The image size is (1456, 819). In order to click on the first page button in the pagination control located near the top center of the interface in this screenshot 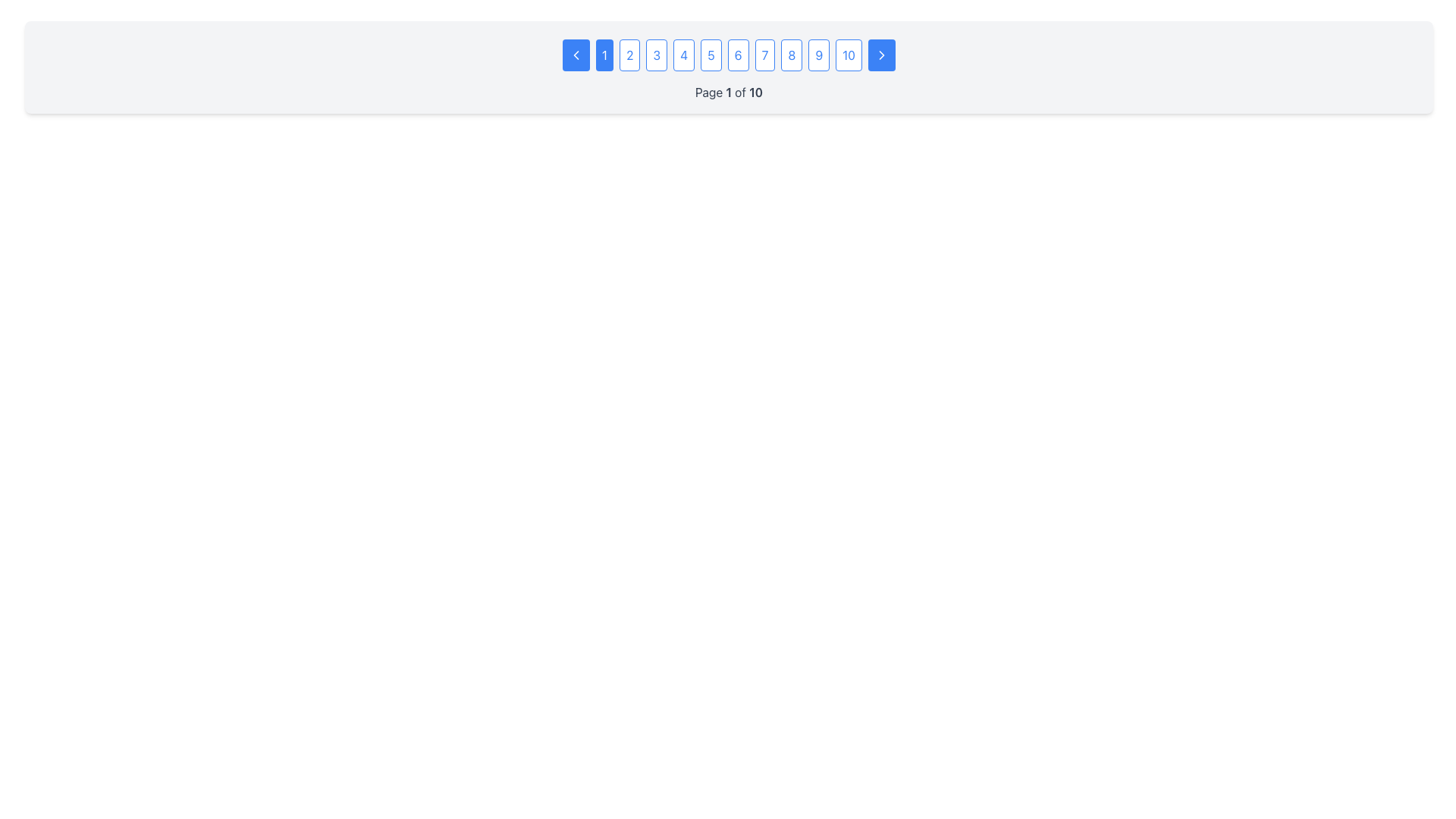, I will do `click(604, 55)`.